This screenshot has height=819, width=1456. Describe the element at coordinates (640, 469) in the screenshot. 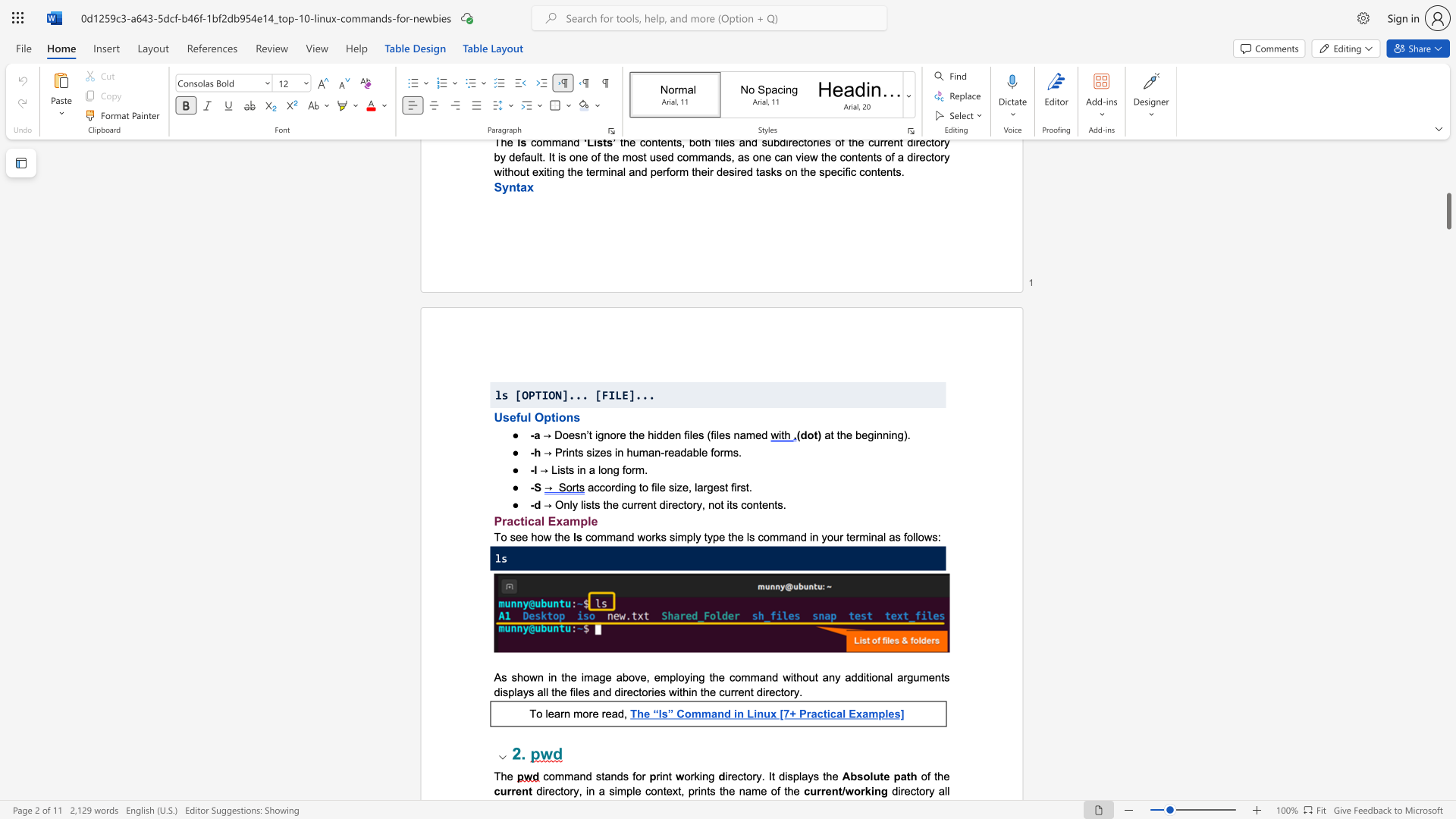

I see `the 1th character "m" in the text` at that location.